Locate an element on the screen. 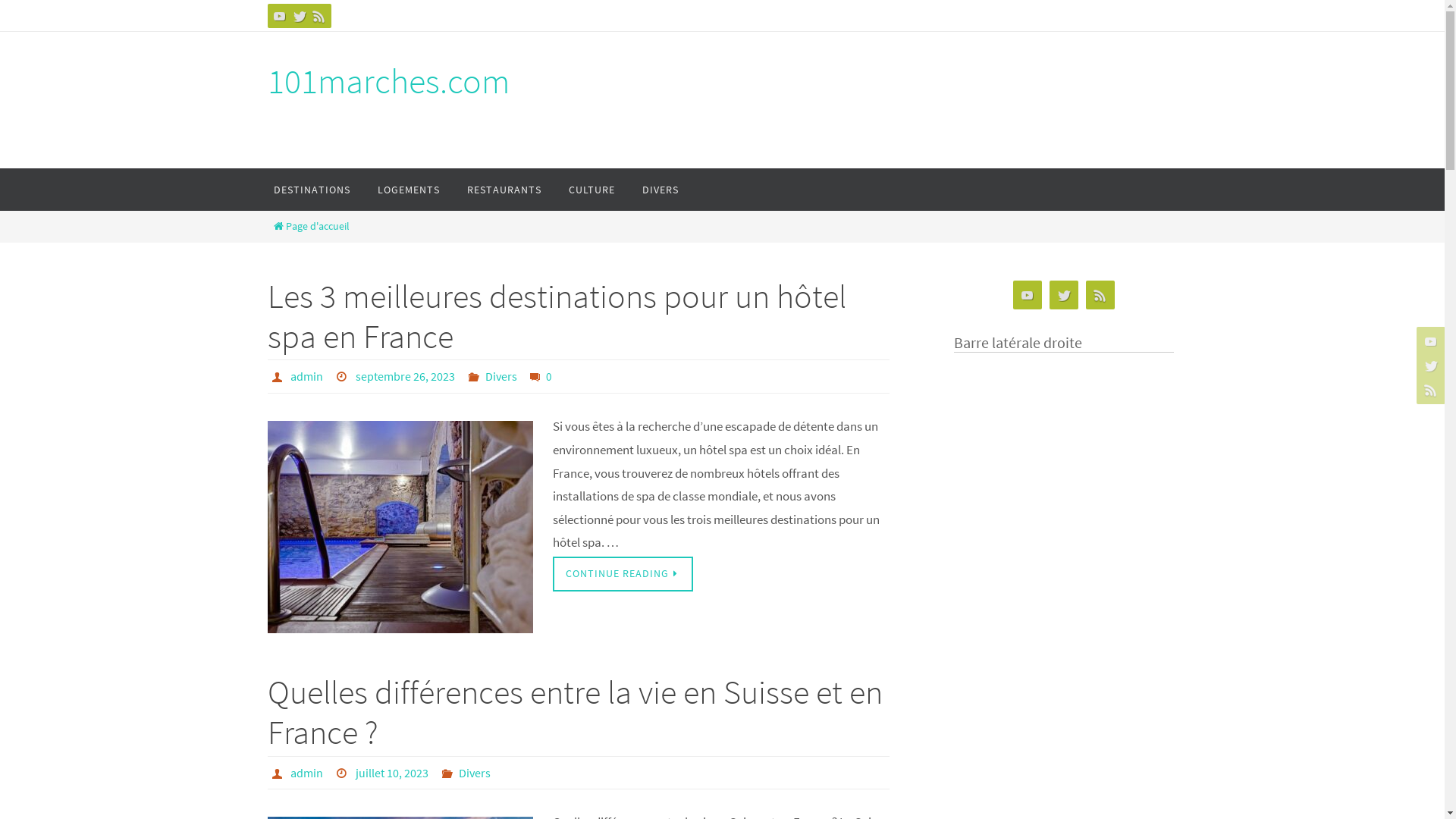  'DESTINATIONS' is located at coordinates (310, 189).